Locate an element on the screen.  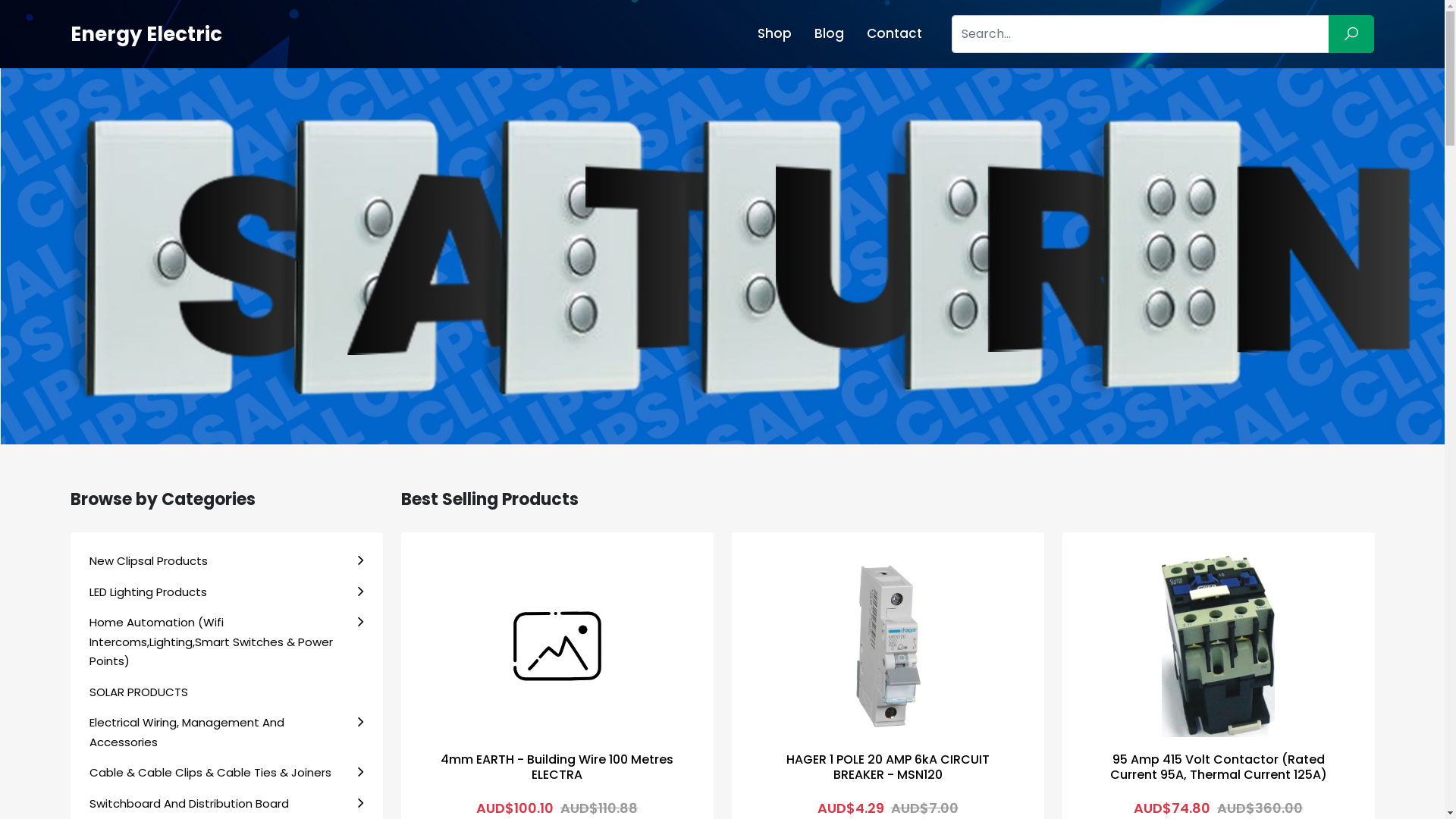
'Energy Electric' is located at coordinates (146, 34).